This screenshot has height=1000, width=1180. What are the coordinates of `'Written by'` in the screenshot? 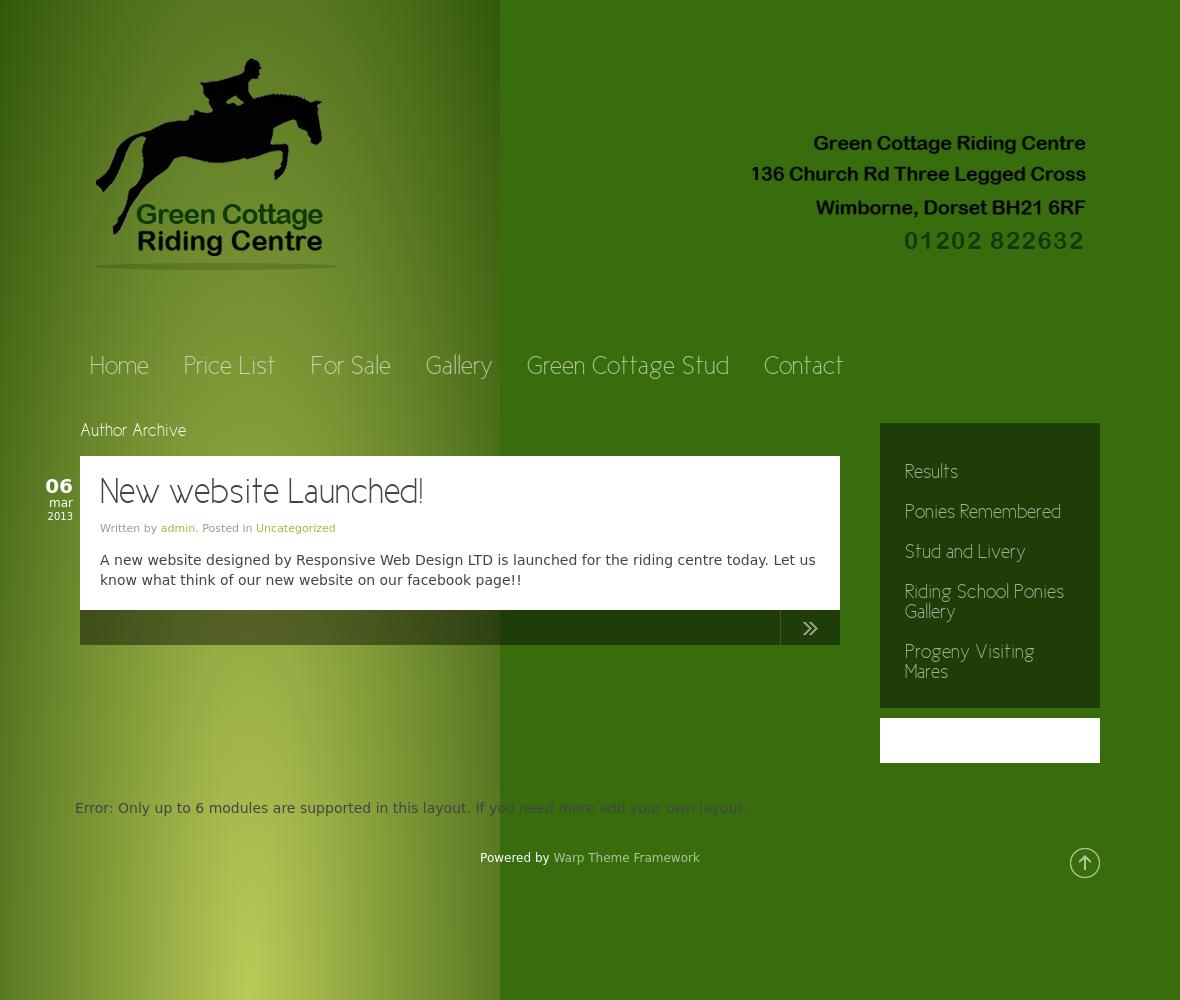 It's located at (129, 528).